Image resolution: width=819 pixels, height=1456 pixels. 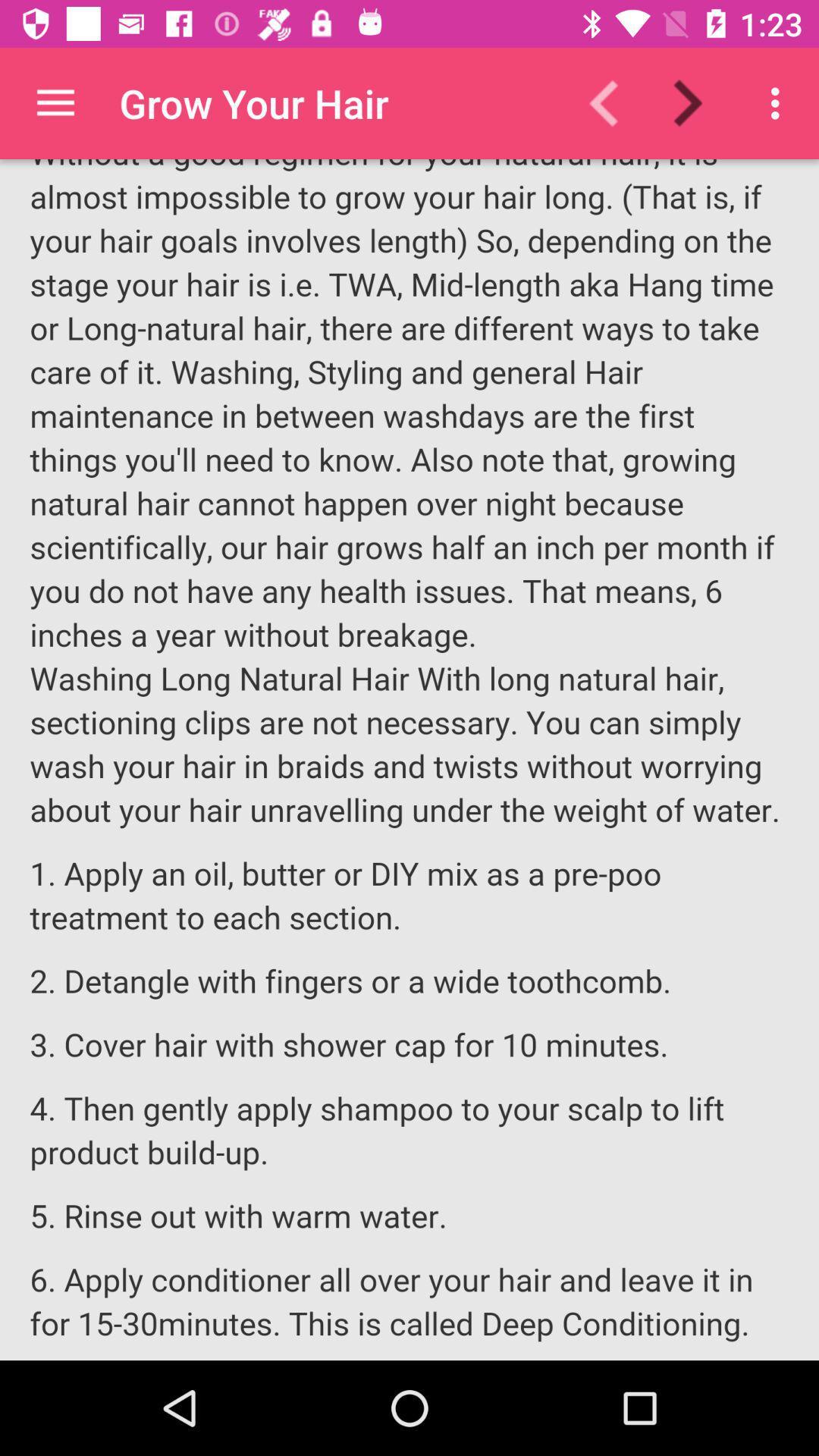 What do you see at coordinates (697, 102) in the screenshot?
I see `forward button` at bounding box center [697, 102].